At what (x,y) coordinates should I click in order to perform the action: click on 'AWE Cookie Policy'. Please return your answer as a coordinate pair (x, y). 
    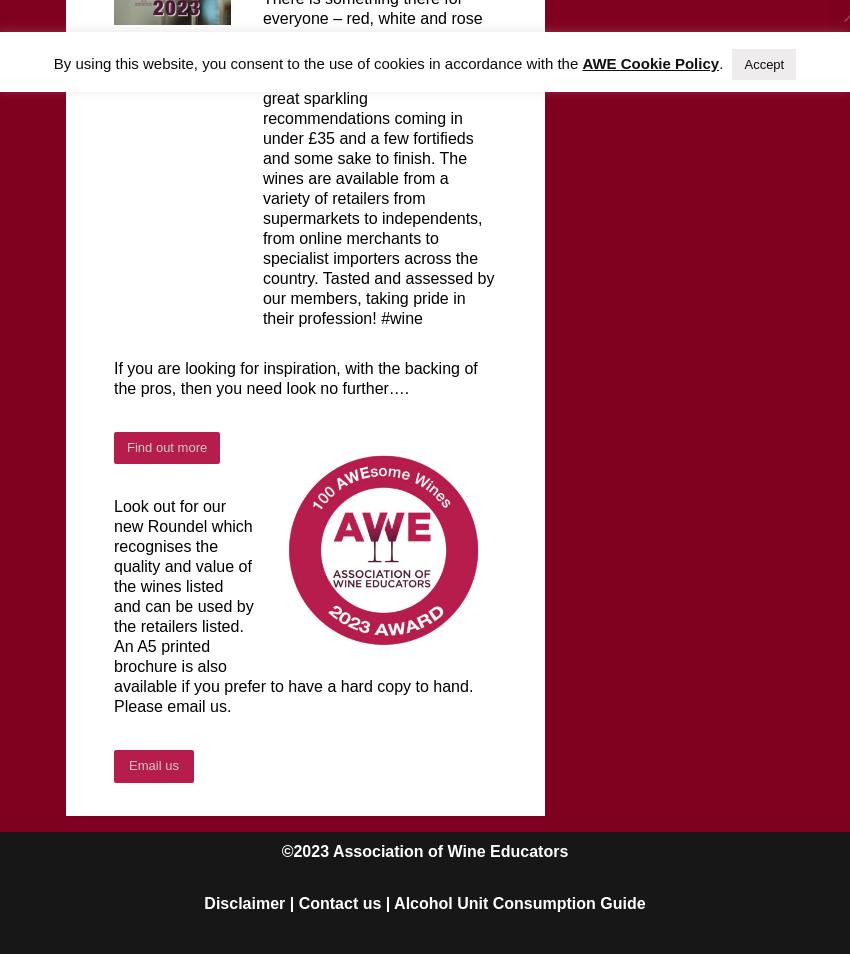
    Looking at the image, I should click on (650, 62).